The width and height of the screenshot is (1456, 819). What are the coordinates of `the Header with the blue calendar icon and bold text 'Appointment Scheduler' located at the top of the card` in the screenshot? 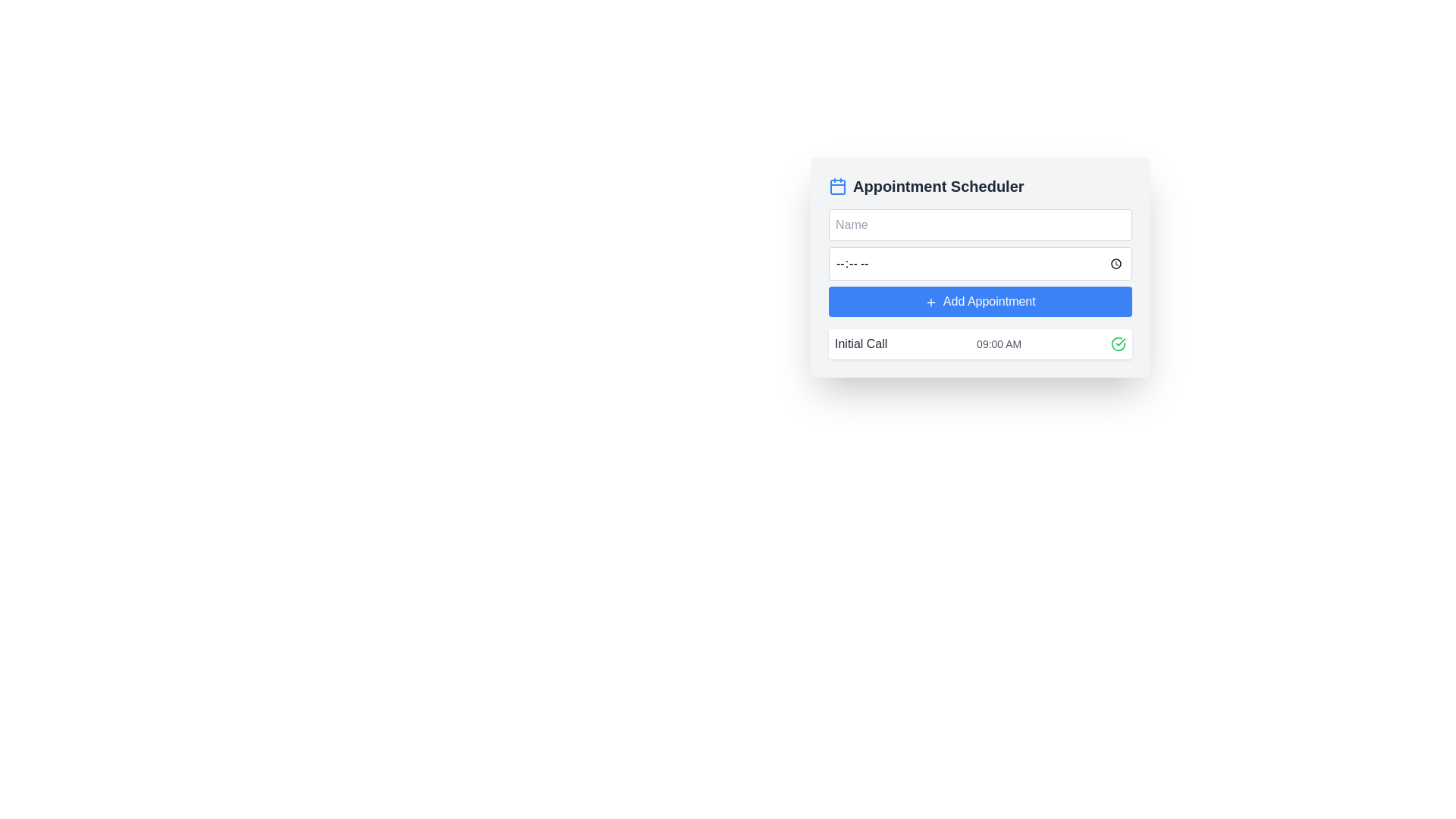 It's located at (980, 186).